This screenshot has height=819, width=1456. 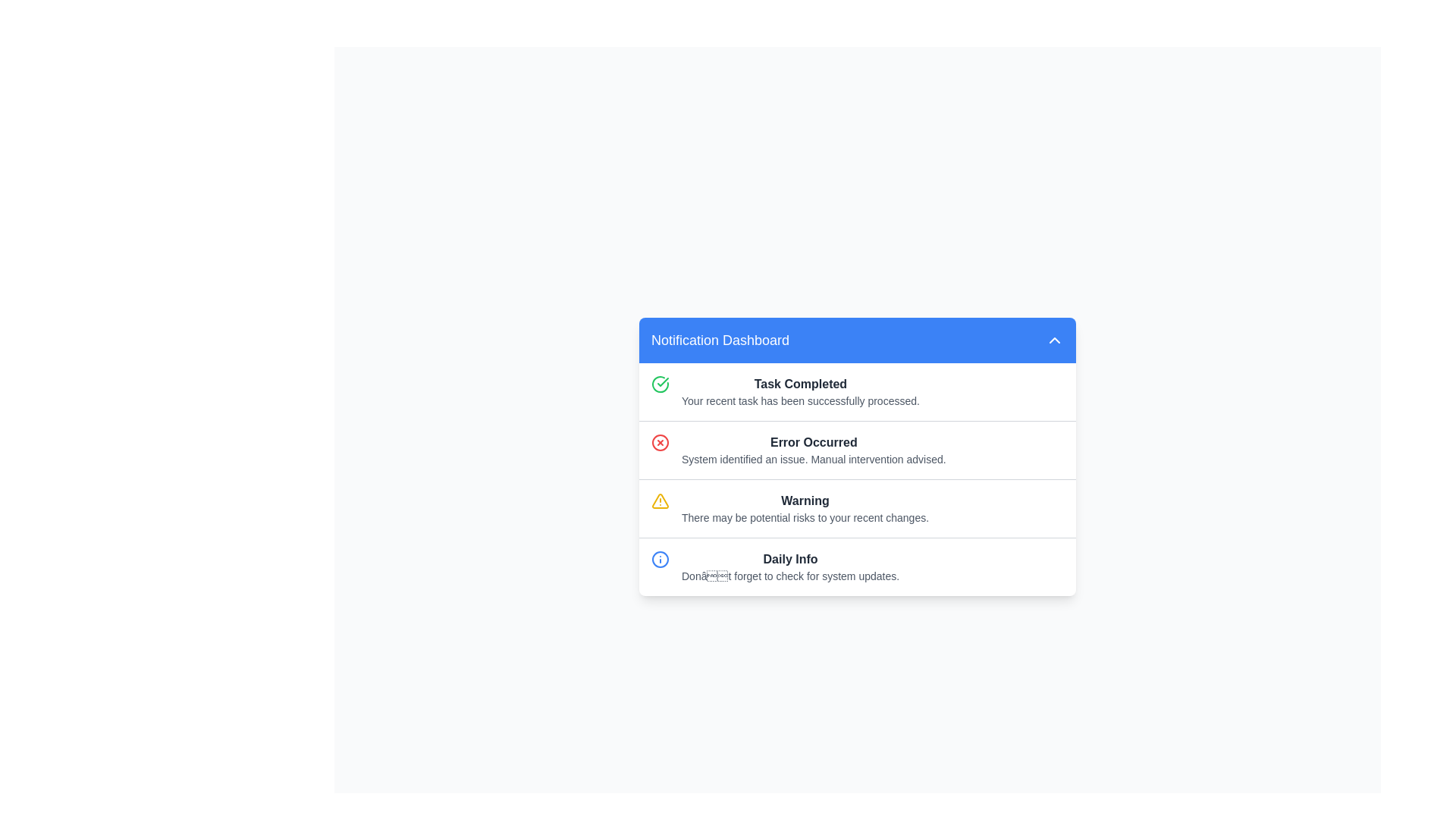 What do you see at coordinates (813, 458) in the screenshot?
I see `the Text label that provides details about a system-detected issue, located directly below the 'Error Occurred' heading in the 'Notification Dashboard'` at bounding box center [813, 458].